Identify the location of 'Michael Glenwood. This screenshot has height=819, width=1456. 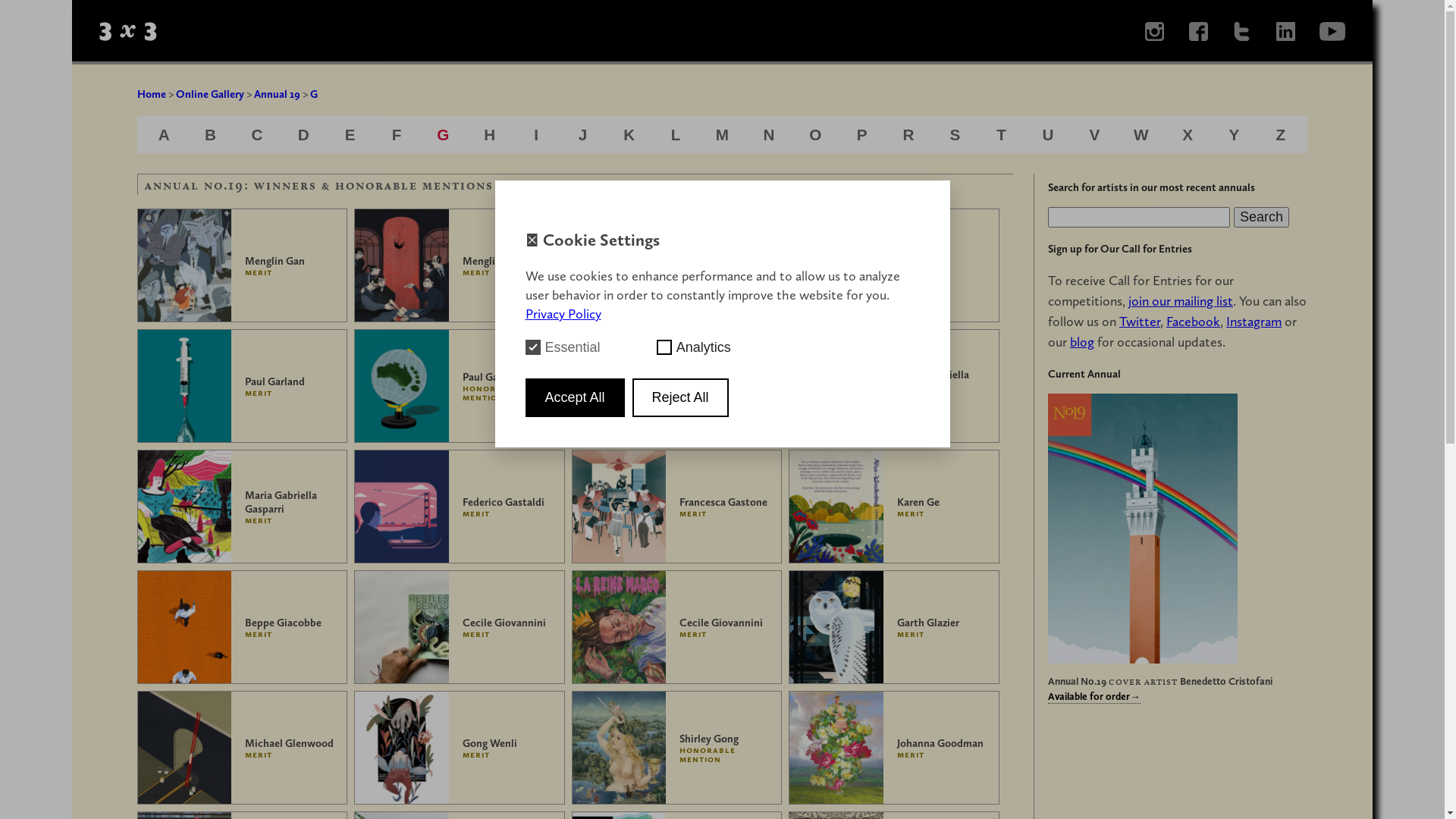
(243, 747).